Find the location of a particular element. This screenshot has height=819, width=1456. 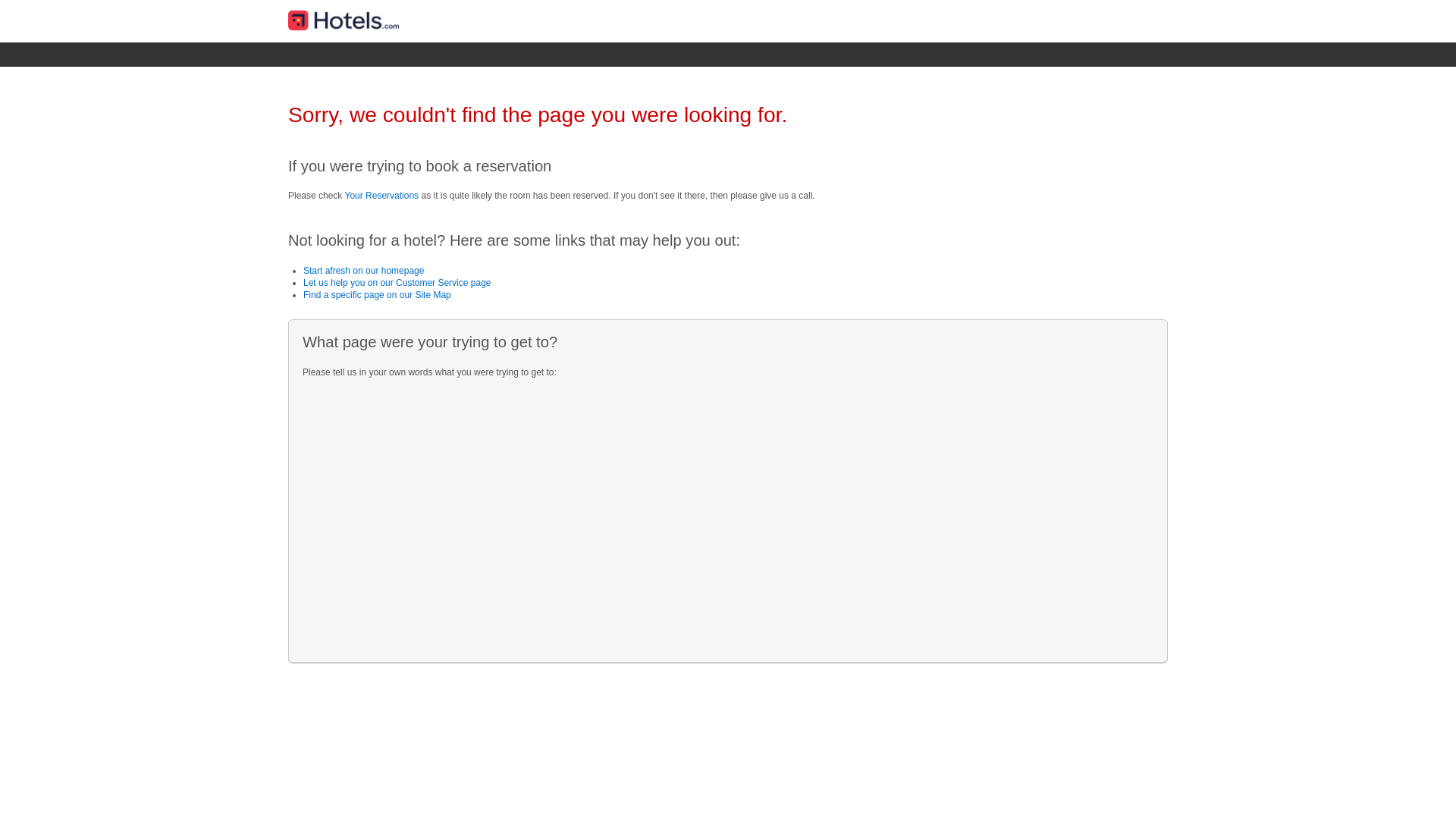

'Your Reservations' is located at coordinates (381, 195).